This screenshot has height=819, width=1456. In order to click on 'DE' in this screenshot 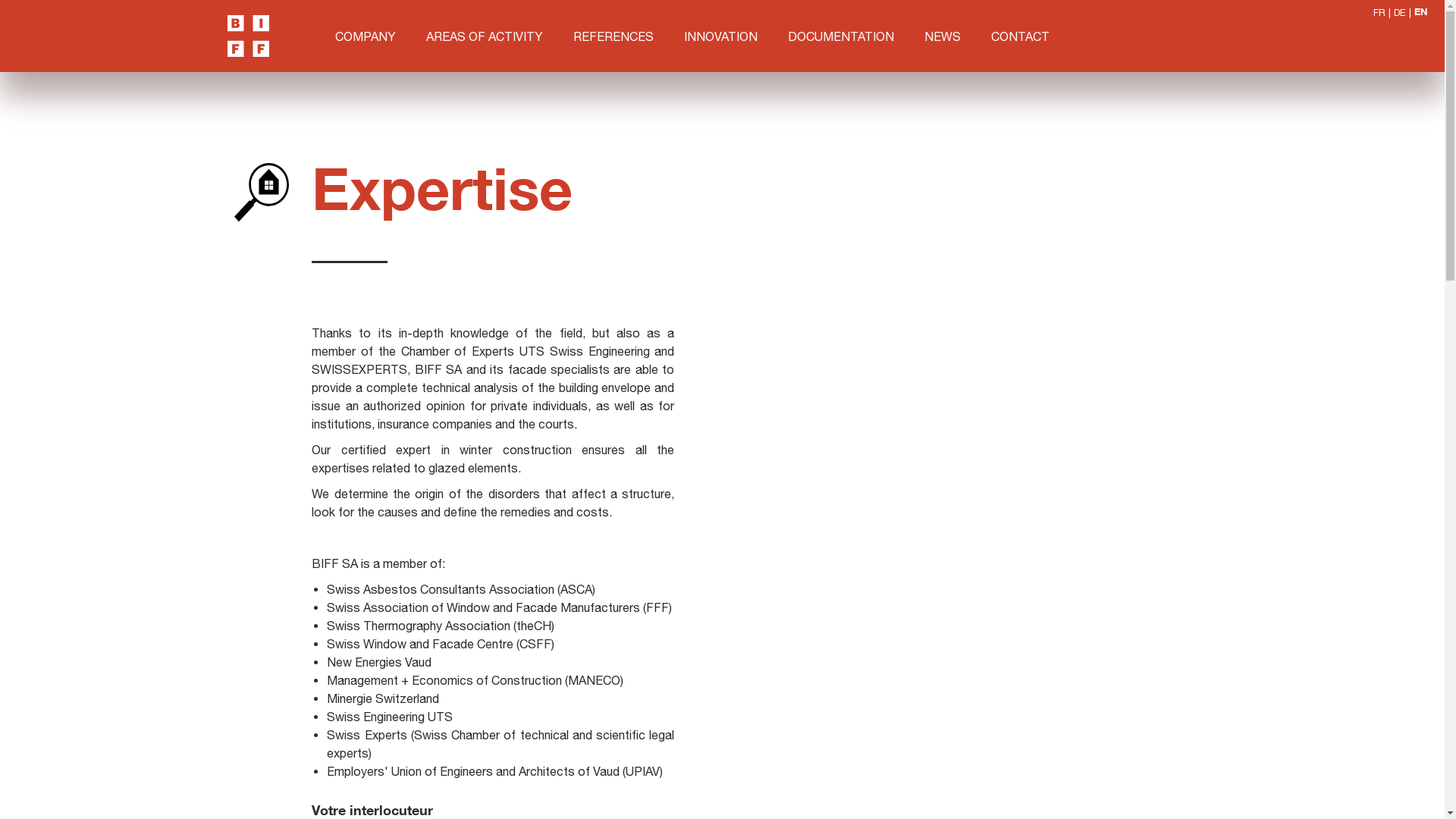, I will do `click(1399, 12)`.